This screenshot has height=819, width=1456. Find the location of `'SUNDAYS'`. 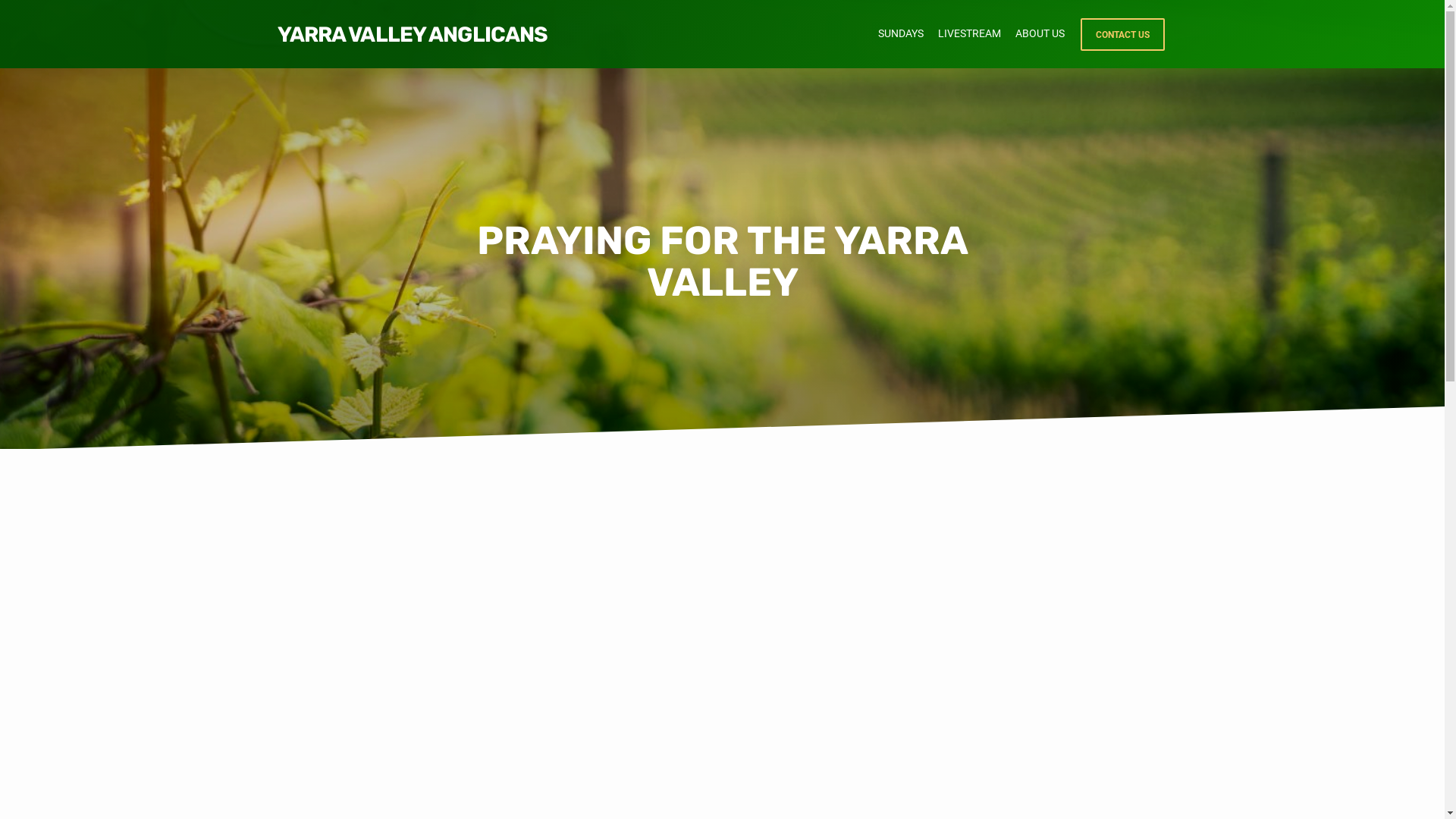

'SUNDAYS' is located at coordinates (877, 42).